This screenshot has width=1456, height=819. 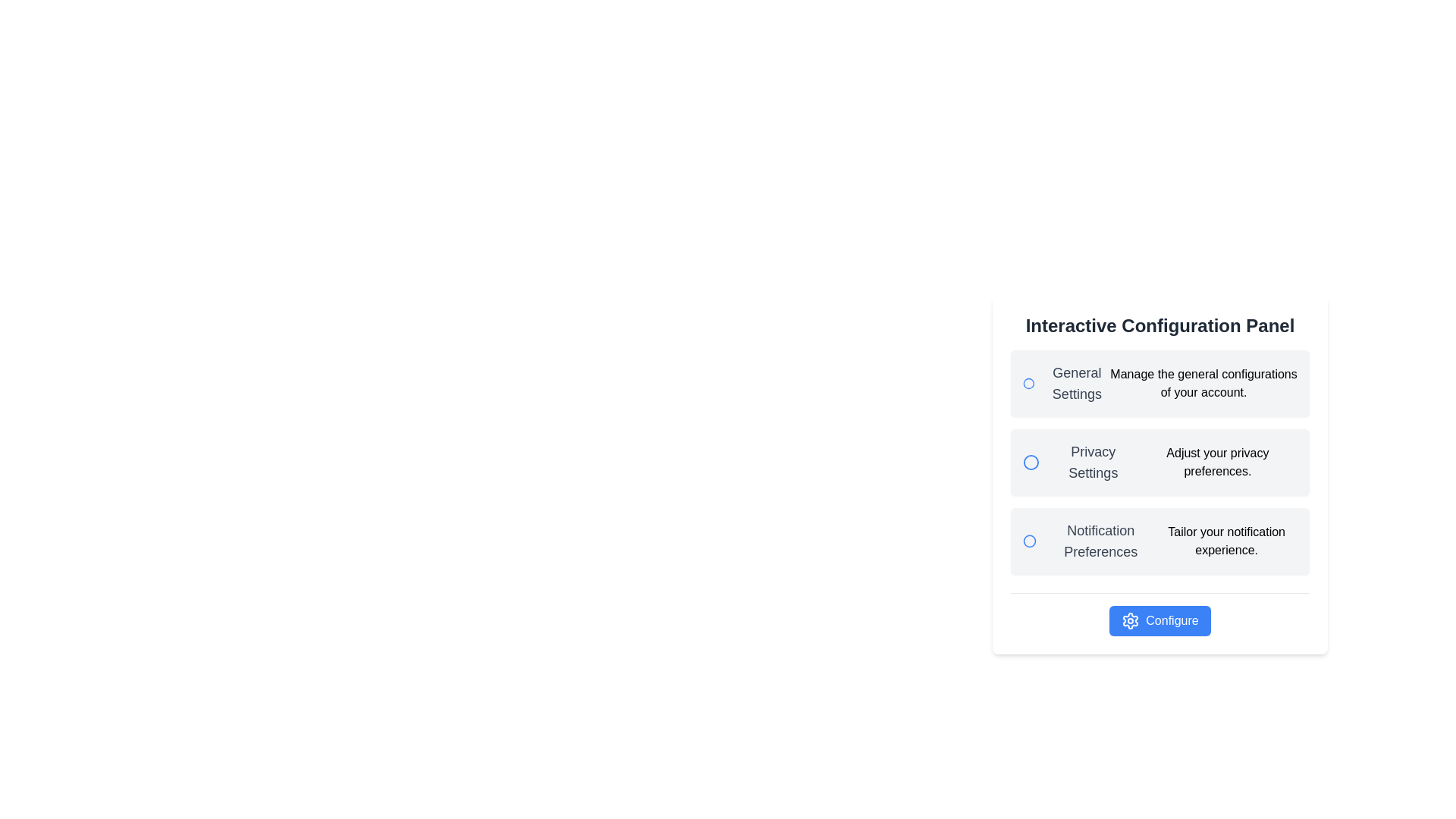 What do you see at coordinates (1226, 540) in the screenshot?
I see `the text label that says 'Tailor your notification experience.' located below the 'Notification Preferences' header in the Interactive Configuration Panel` at bounding box center [1226, 540].